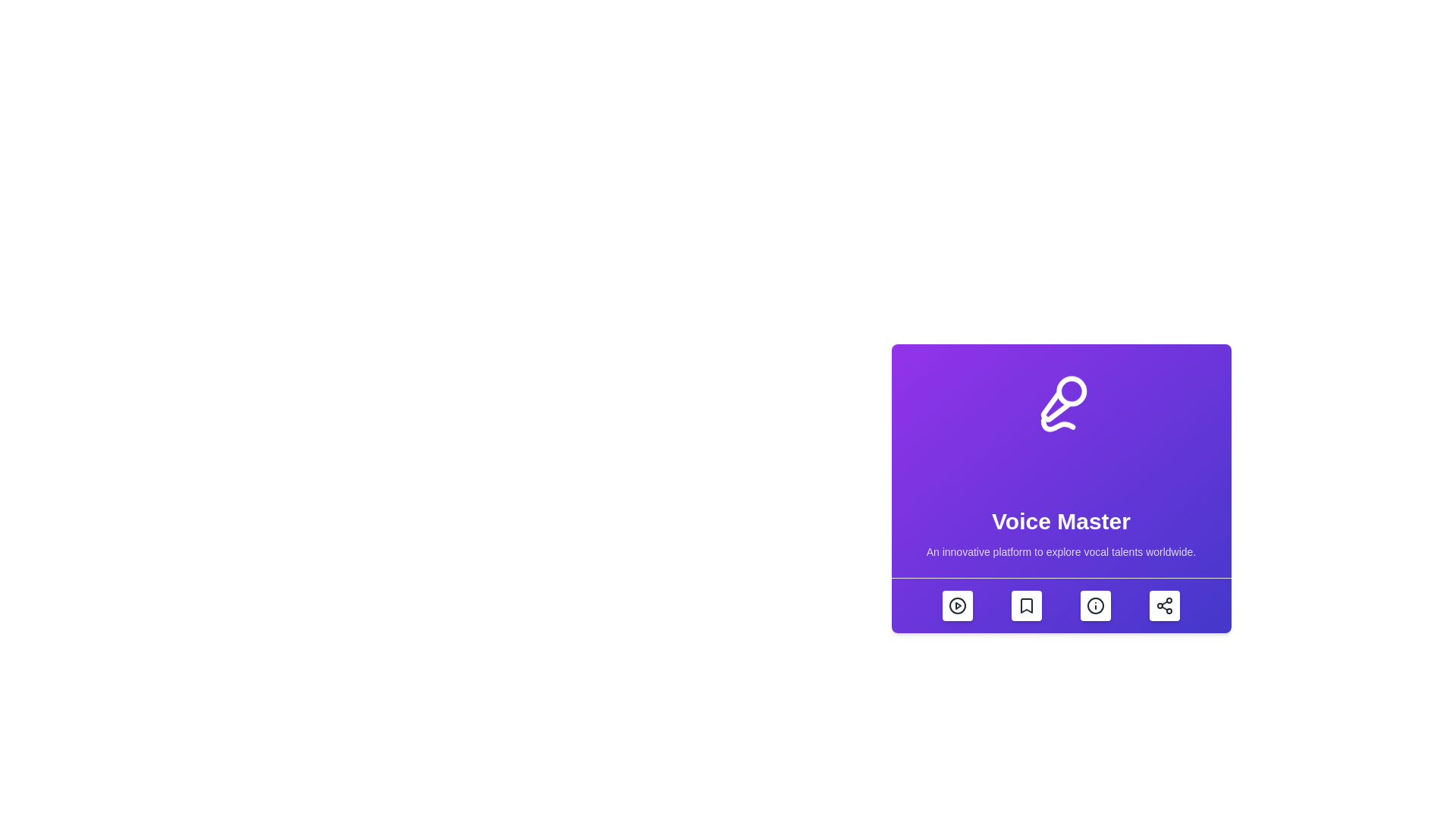 This screenshot has width=1456, height=819. I want to click on the play button located as the first icon from the left in the horizontal row of actions below the 'Voice Master' card, so click(956, 604).